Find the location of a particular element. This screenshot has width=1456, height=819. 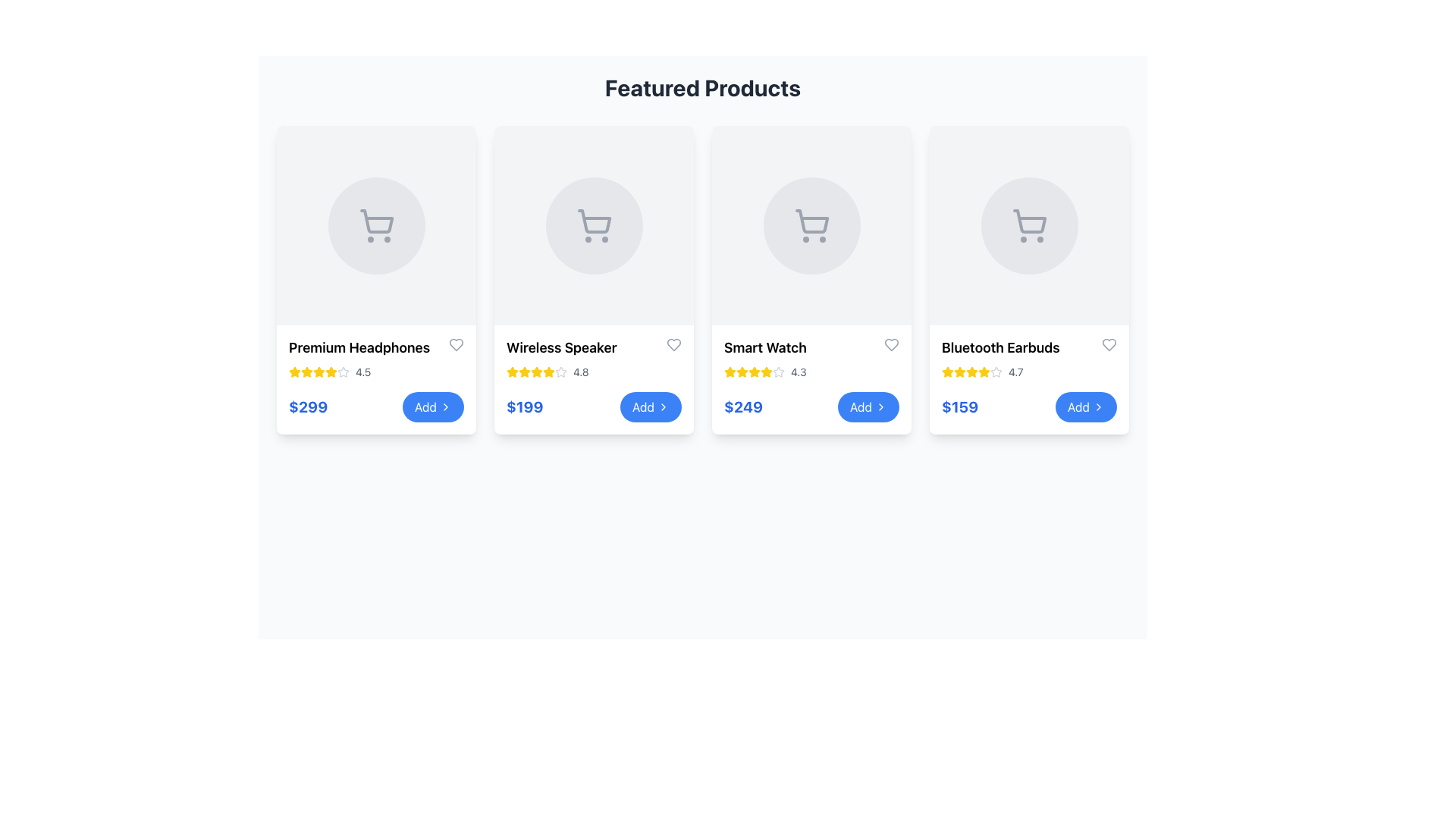

the 'Add' button in the third product card under the 'Smart Watch' section is located at coordinates (811, 406).